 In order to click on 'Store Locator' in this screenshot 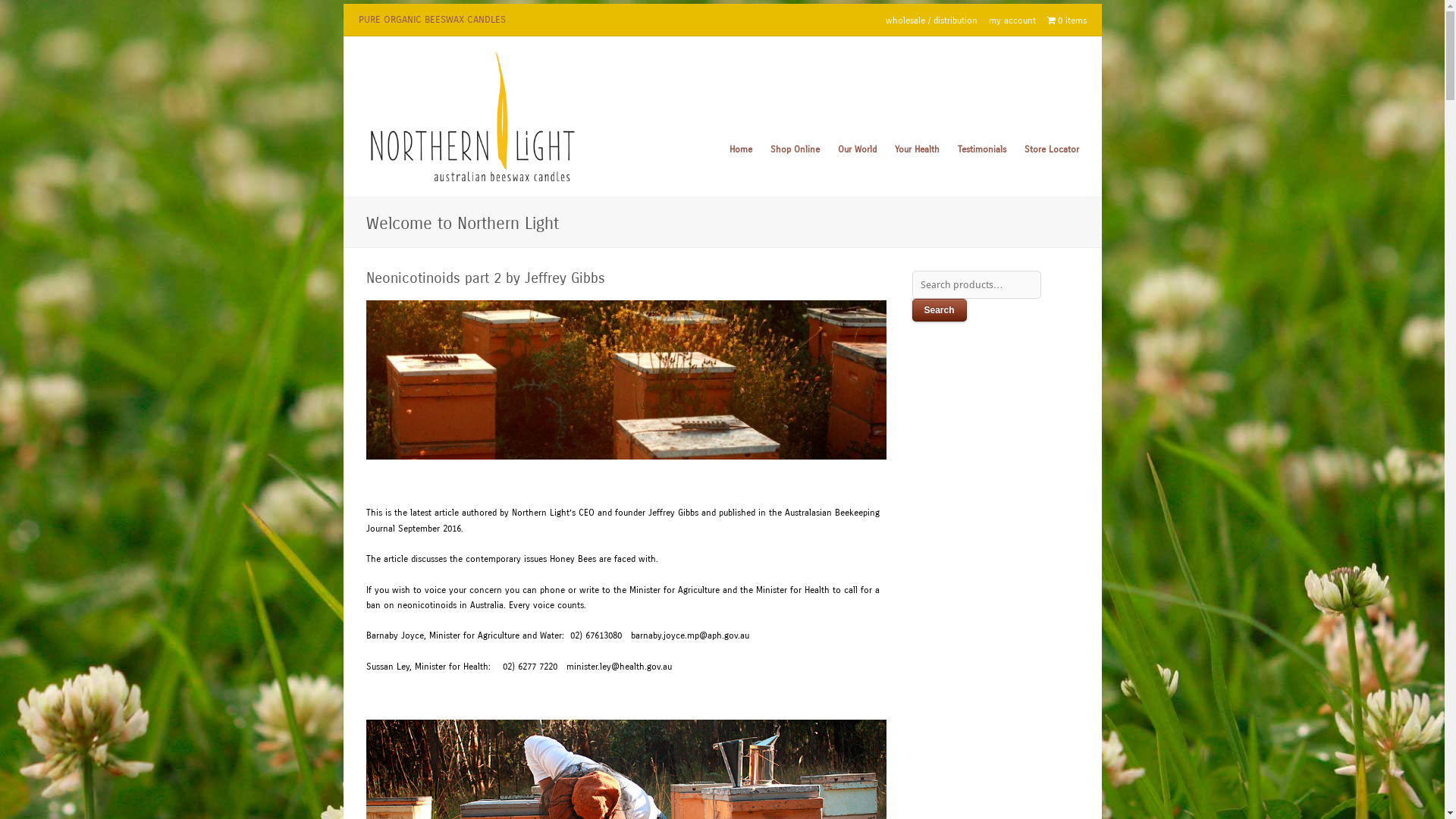, I will do `click(1050, 149)`.